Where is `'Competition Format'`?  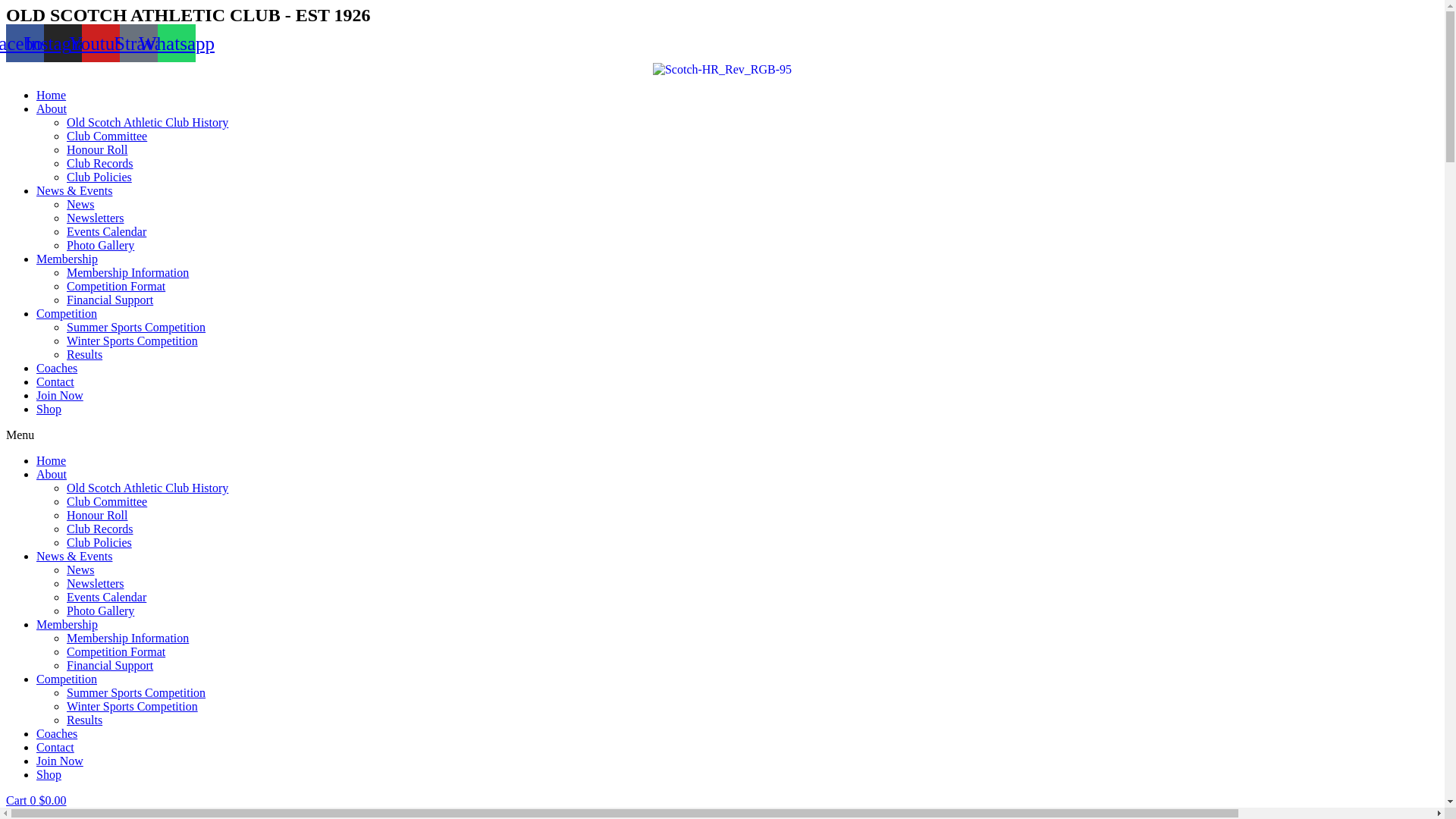 'Competition Format' is located at coordinates (115, 286).